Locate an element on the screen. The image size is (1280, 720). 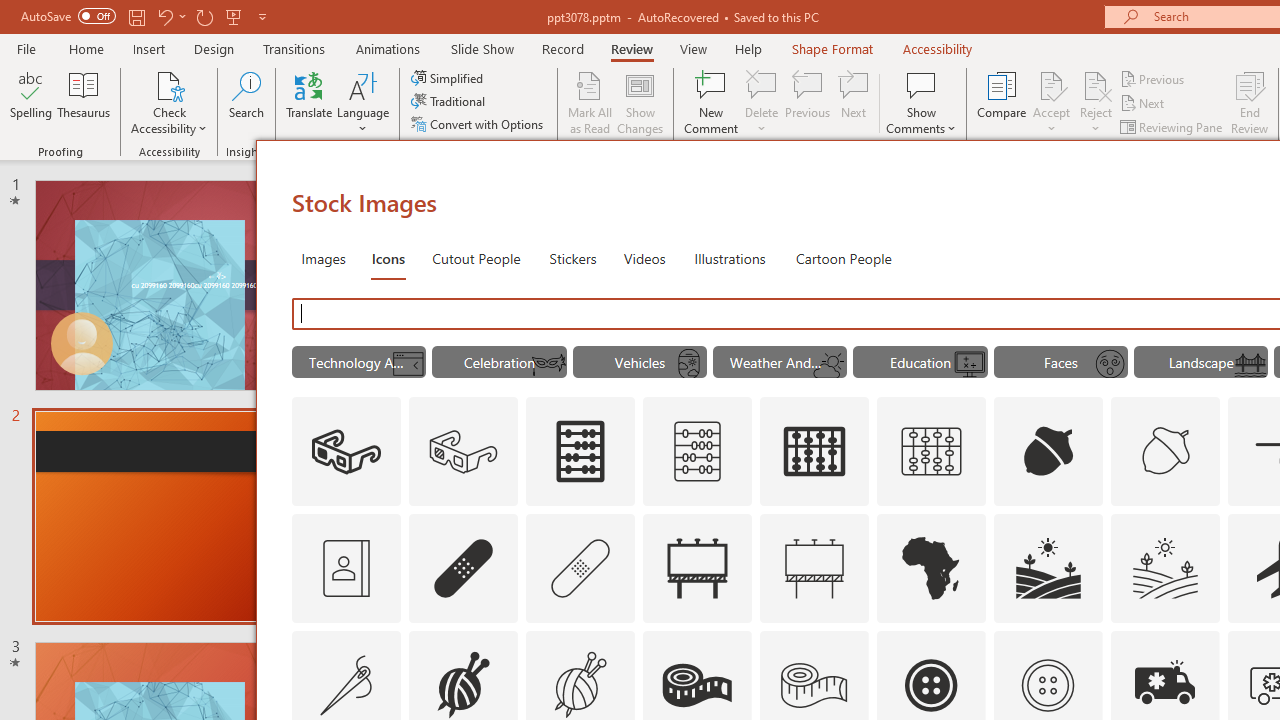
'"Vehicles" Icons.' is located at coordinates (640, 362).